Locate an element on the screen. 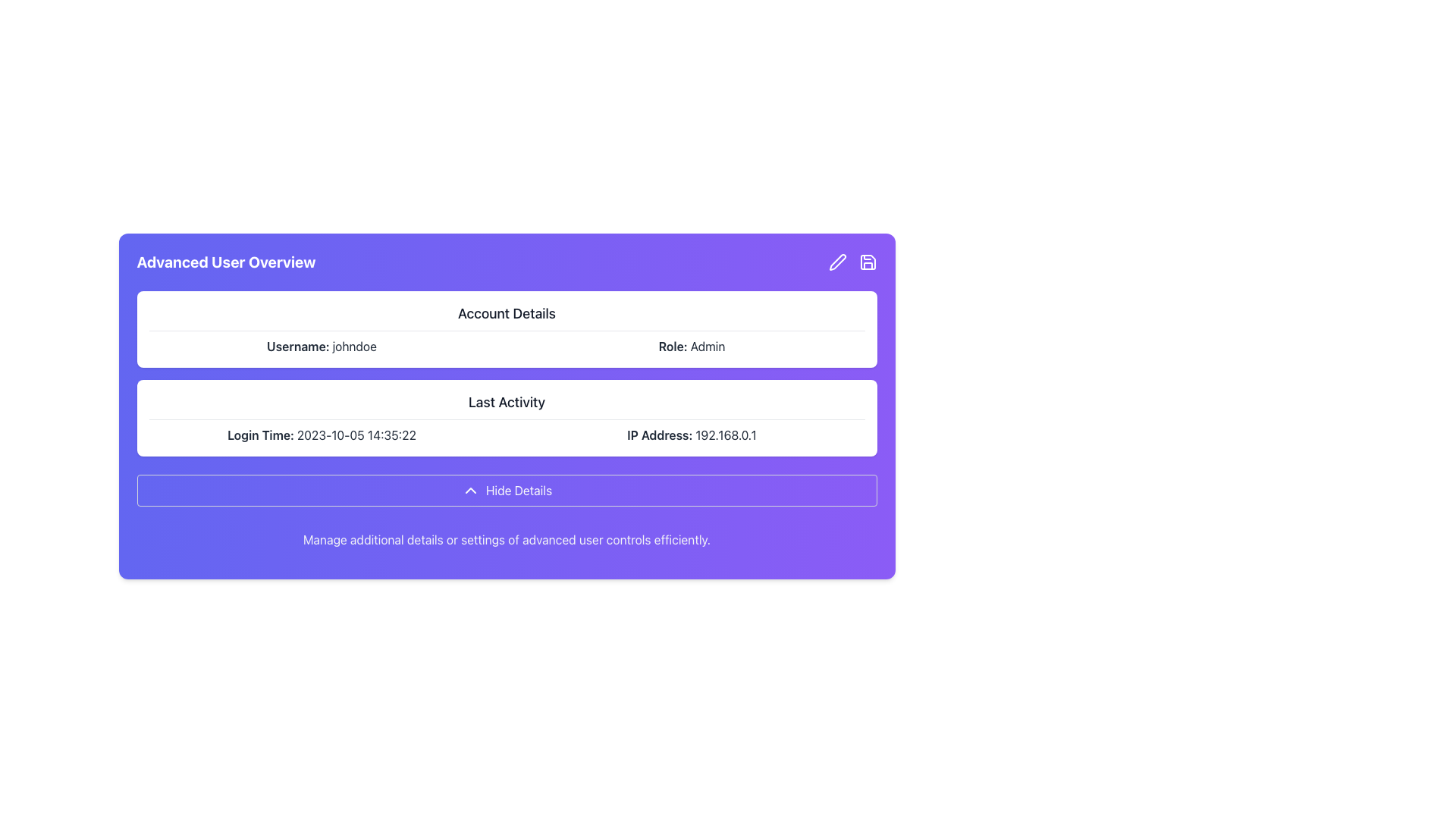 This screenshot has height=819, width=1456. the text label displaying 'IP Address:' located in the 'Last Activity' section, positioned to the left of the IP address value '192.168.0.1' is located at coordinates (661, 435).